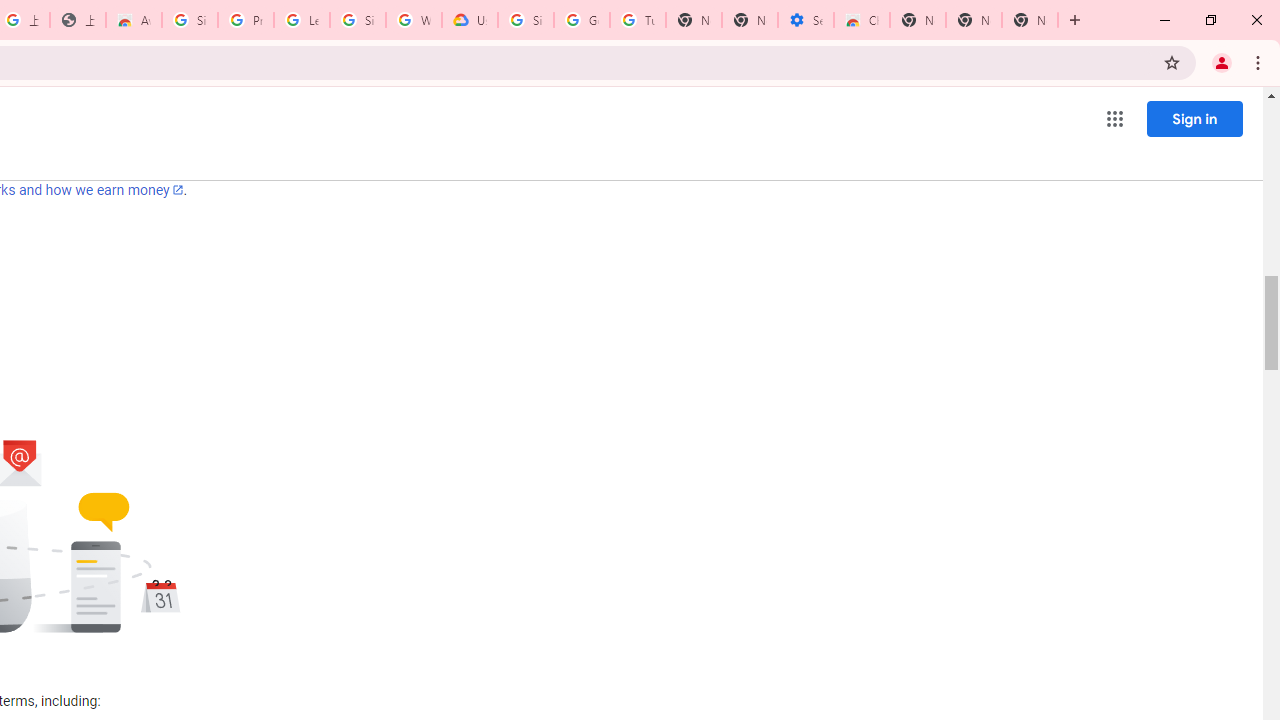 This screenshot has width=1280, height=720. What do you see at coordinates (1220, 61) in the screenshot?
I see `'You'` at bounding box center [1220, 61].